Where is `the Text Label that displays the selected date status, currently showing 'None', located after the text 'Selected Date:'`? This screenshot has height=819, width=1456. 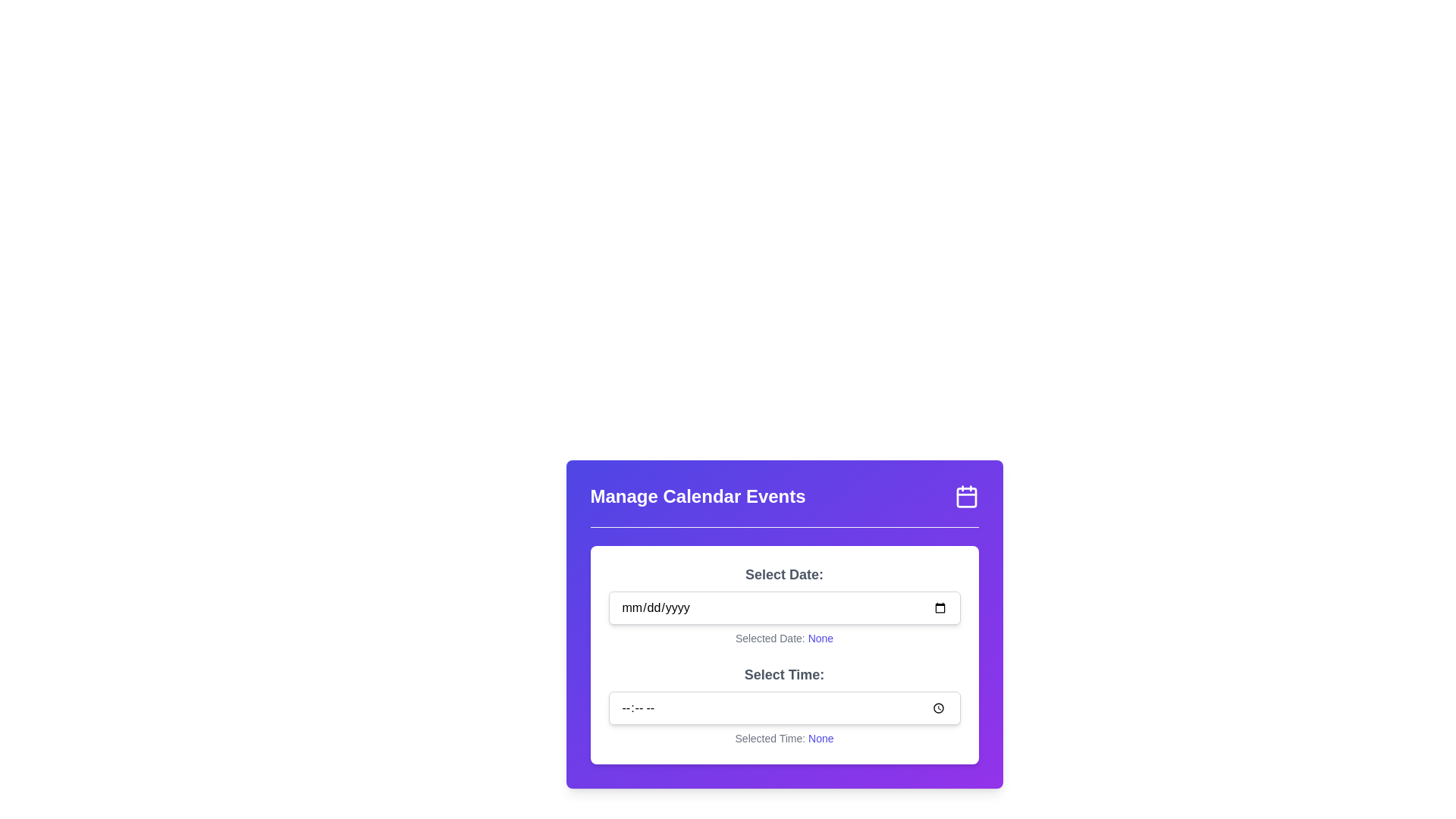 the Text Label that displays the selected date status, currently showing 'None', located after the text 'Selected Date:' is located at coordinates (820, 638).